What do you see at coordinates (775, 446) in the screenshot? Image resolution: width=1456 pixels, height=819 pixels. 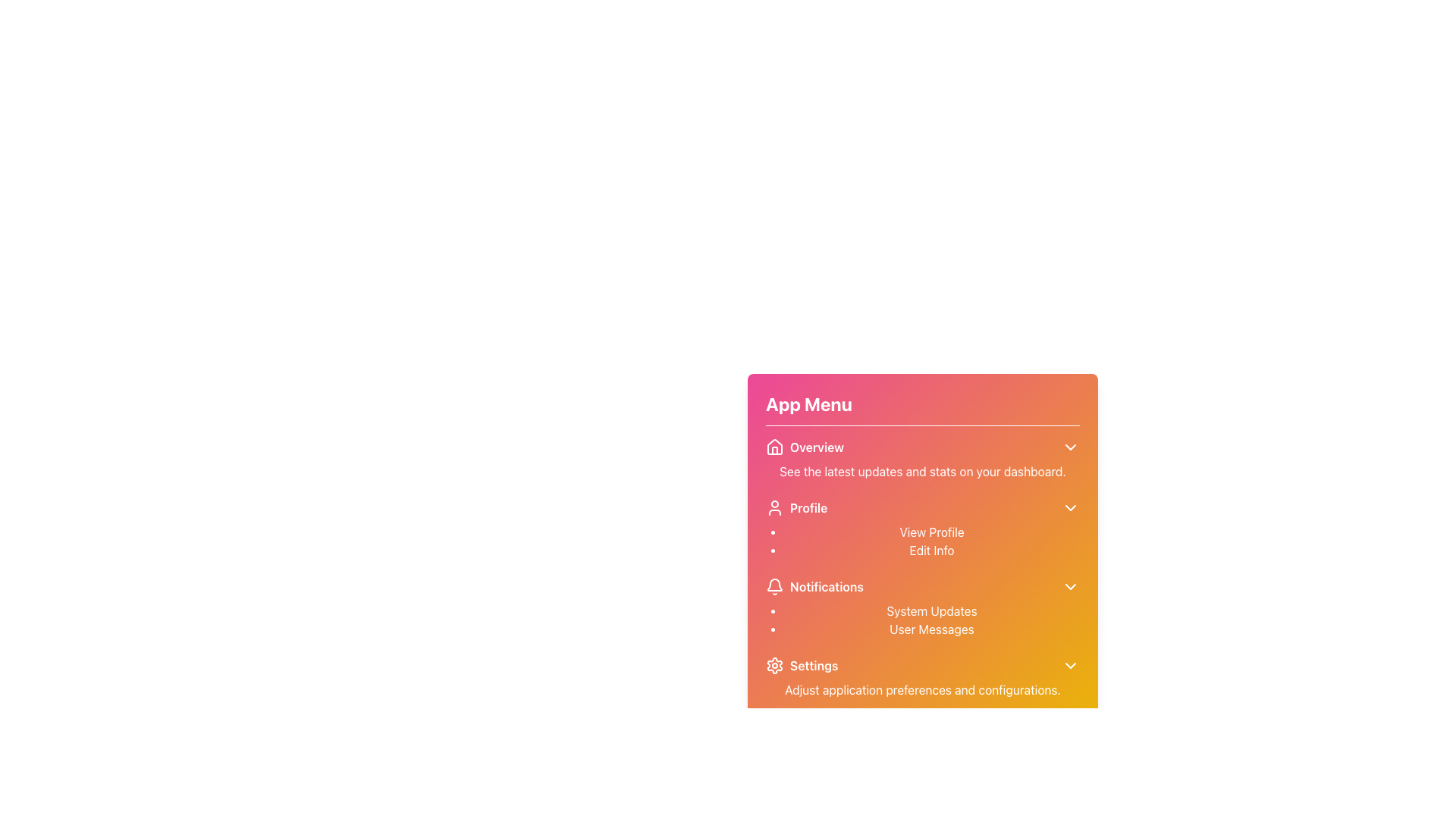 I see `the house icon located at the upper-left corner of the 'App Menu'` at bounding box center [775, 446].